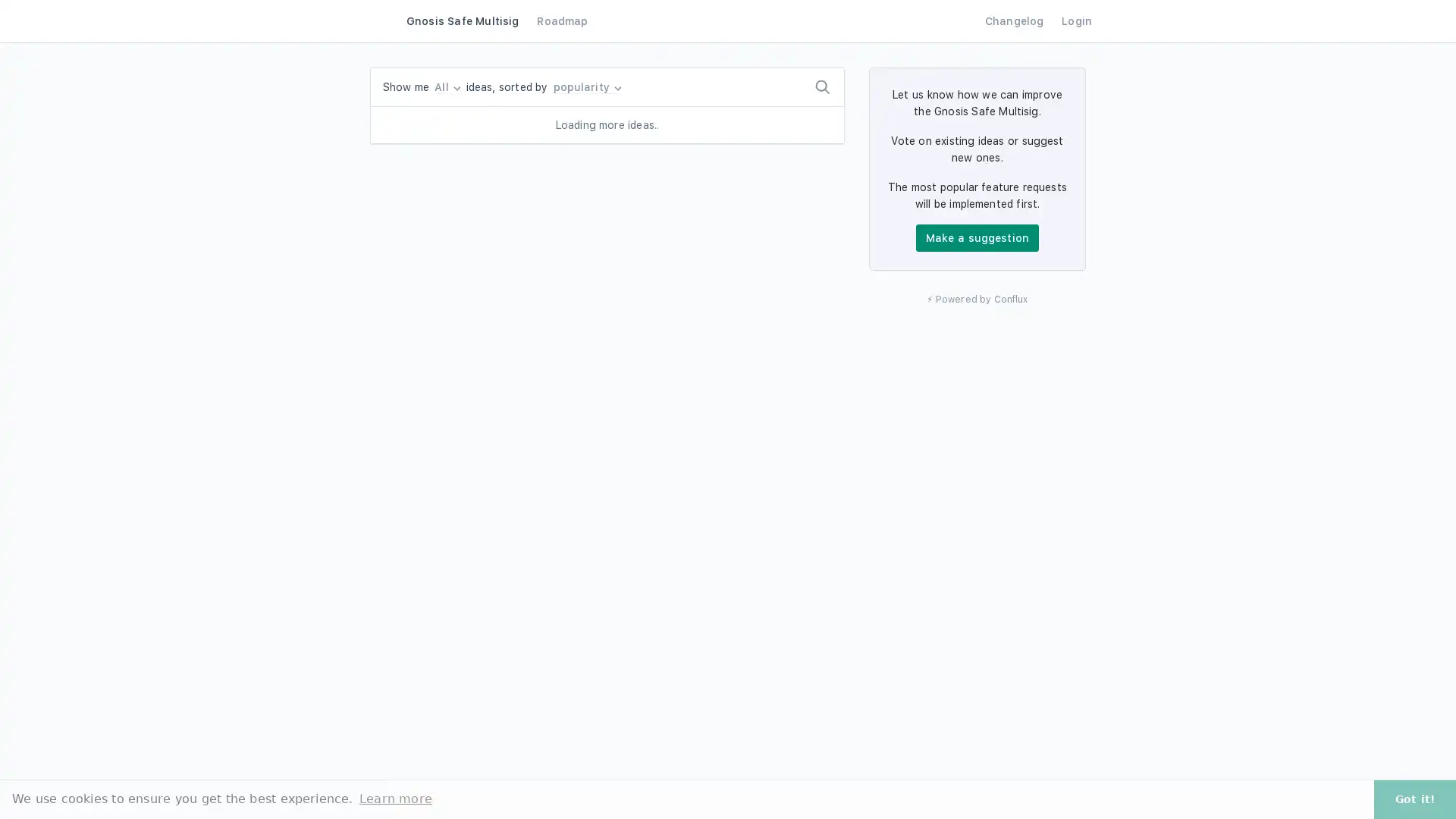 This screenshot has width=1456, height=819. What do you see at coordinates (977, 237) in the screenshot?
I see `Make a suggestion` at bounding box center [977, 237].